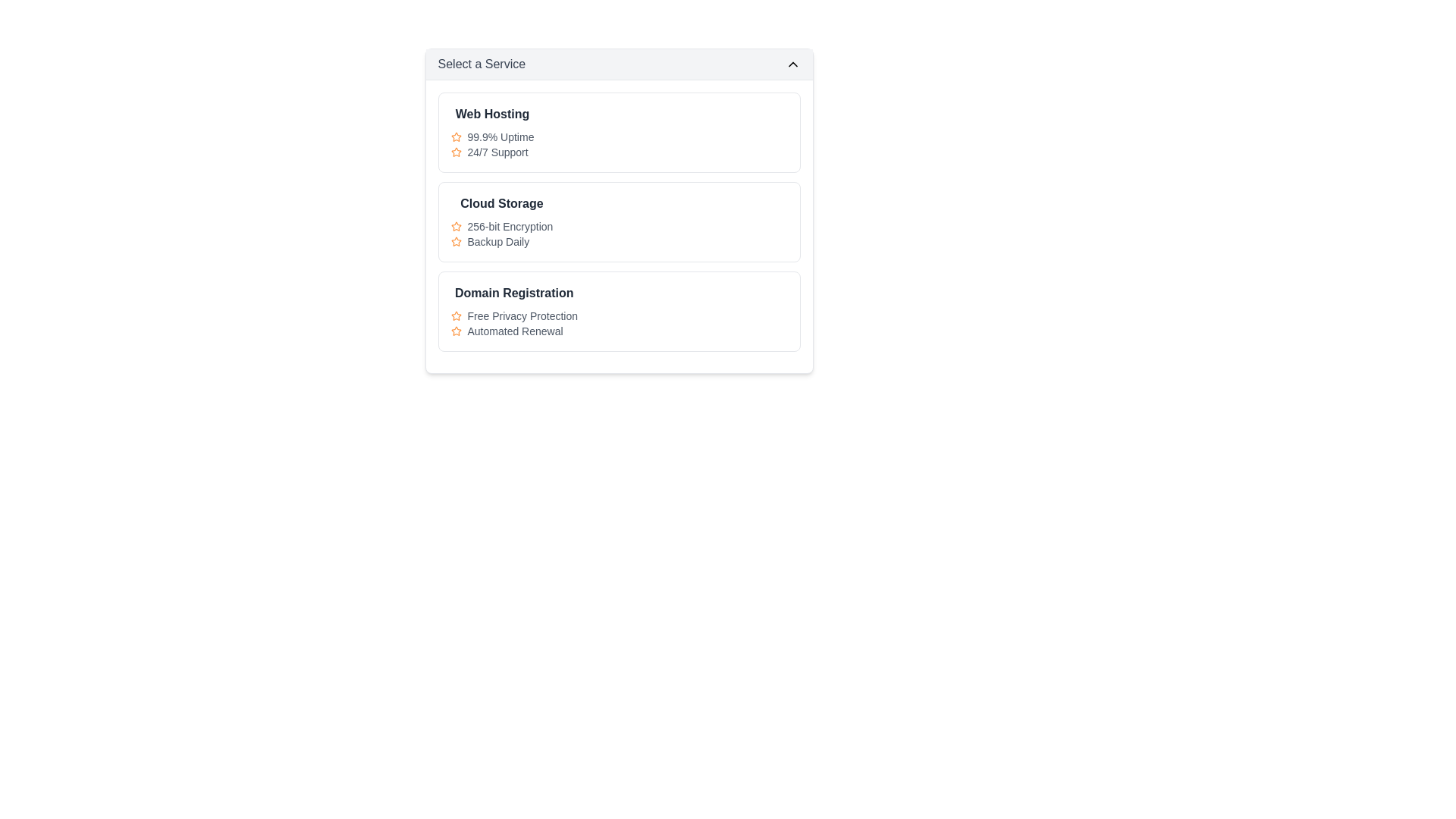 The height and width of the screenshot is (819, 1456). I want to click on the small orange star-shaped icon located next to the '24/7 Support' text in the 'Web Hosting' section, so click(455, 152).